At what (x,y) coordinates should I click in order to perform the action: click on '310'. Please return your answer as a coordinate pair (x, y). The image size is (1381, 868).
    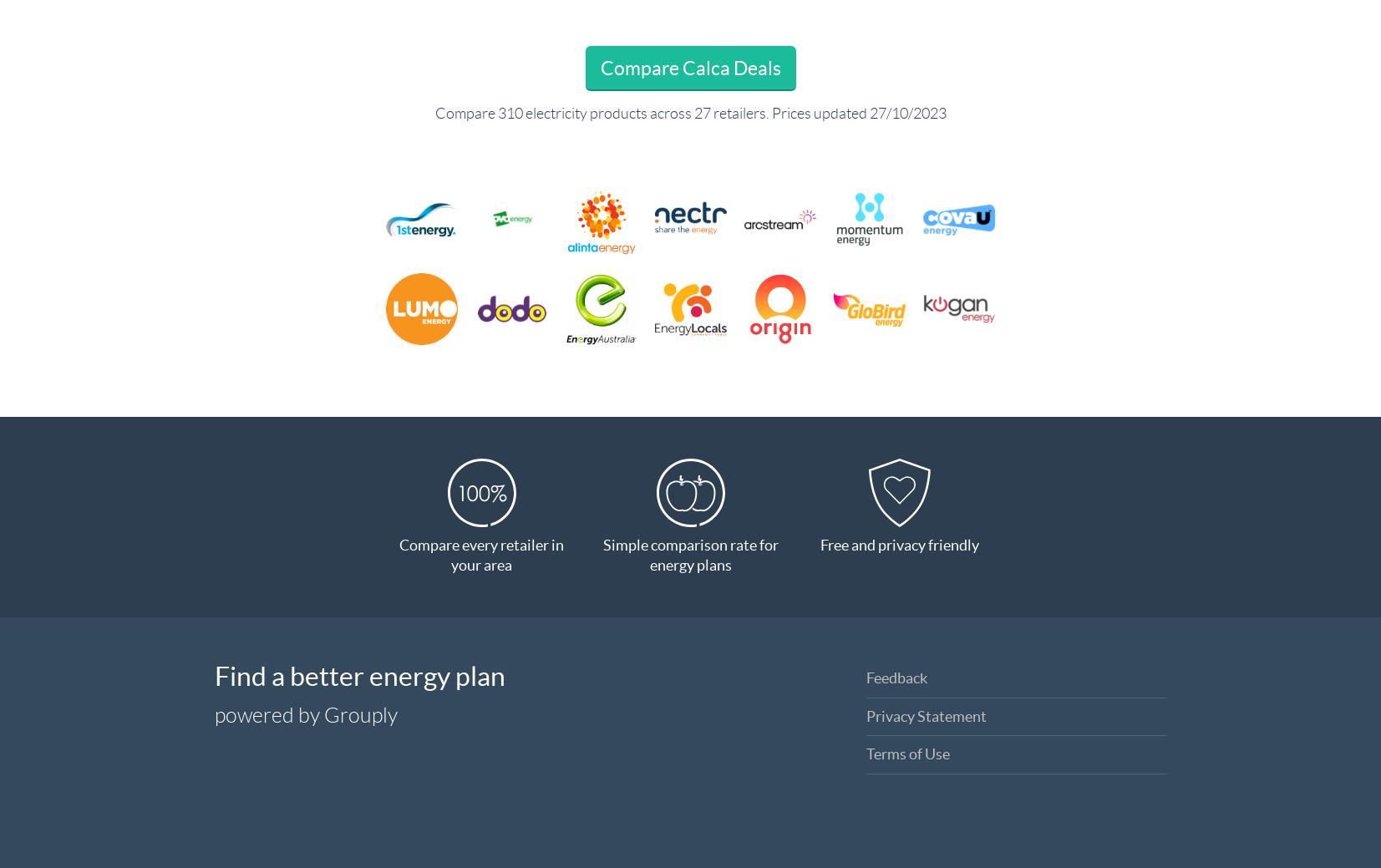
    Looking at the image, I should click on (496, 113).